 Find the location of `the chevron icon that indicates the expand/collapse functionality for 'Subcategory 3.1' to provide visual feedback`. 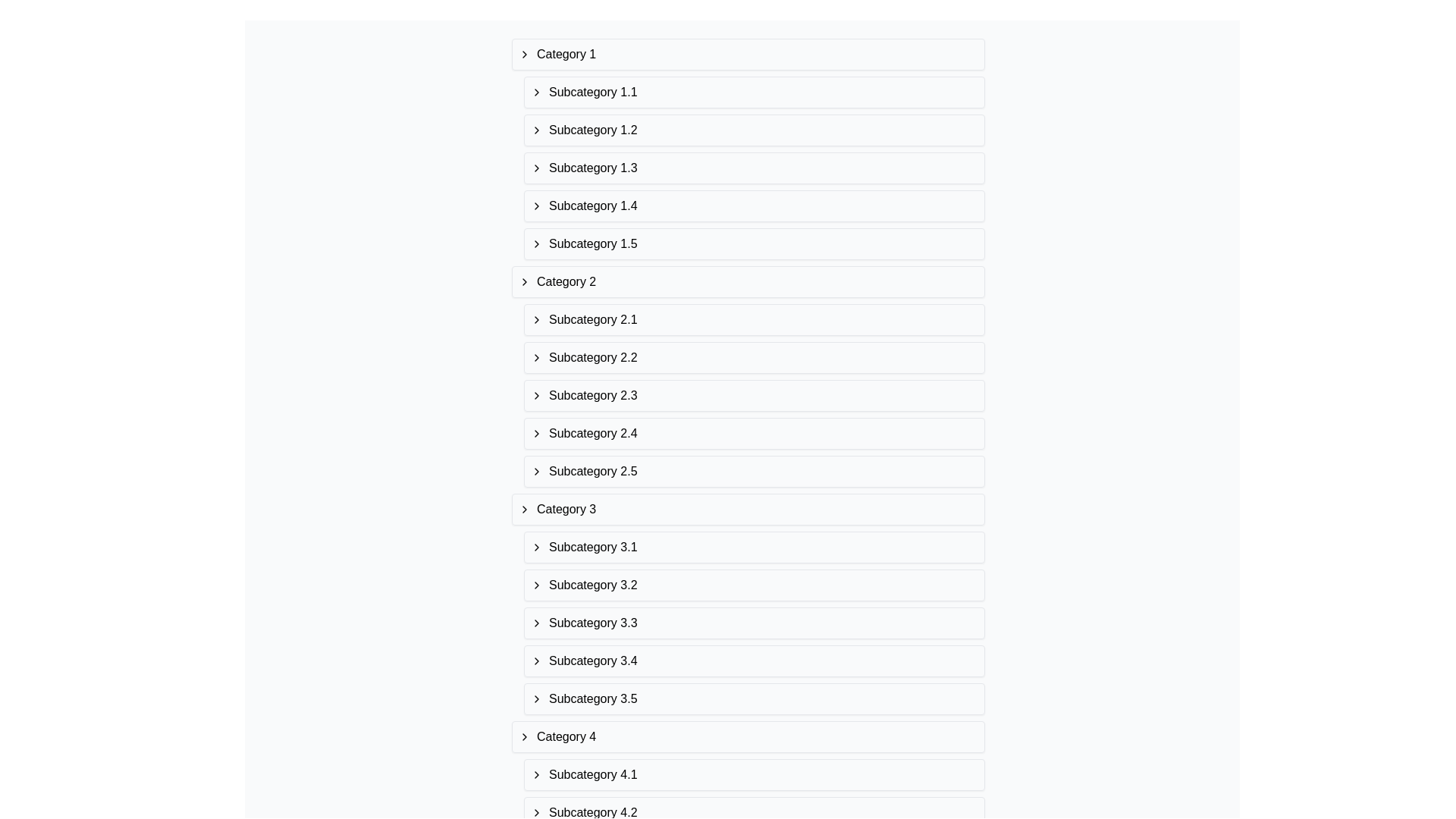

the chevron icon that indicates the expand/collapse functionality for 'Subcategory 3.1' to provide visual feedback is located at coordinates (537, 547).